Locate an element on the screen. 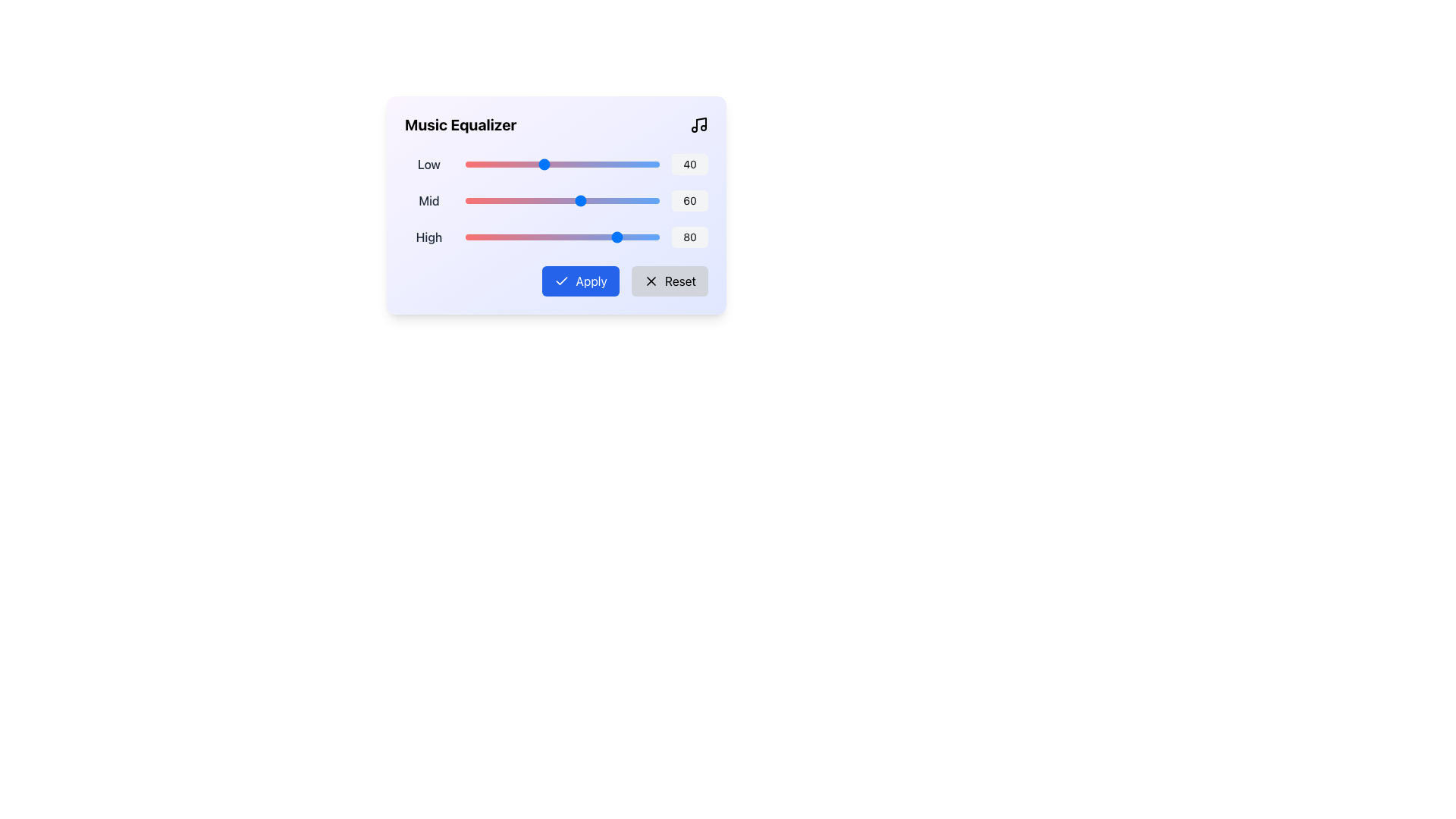 This screenshot has height=819, width=1456. the text box displaying the number '40', which has a light gray background and rounded borders, located in the upper-left region of the interface is located at coordinates (689, 164).